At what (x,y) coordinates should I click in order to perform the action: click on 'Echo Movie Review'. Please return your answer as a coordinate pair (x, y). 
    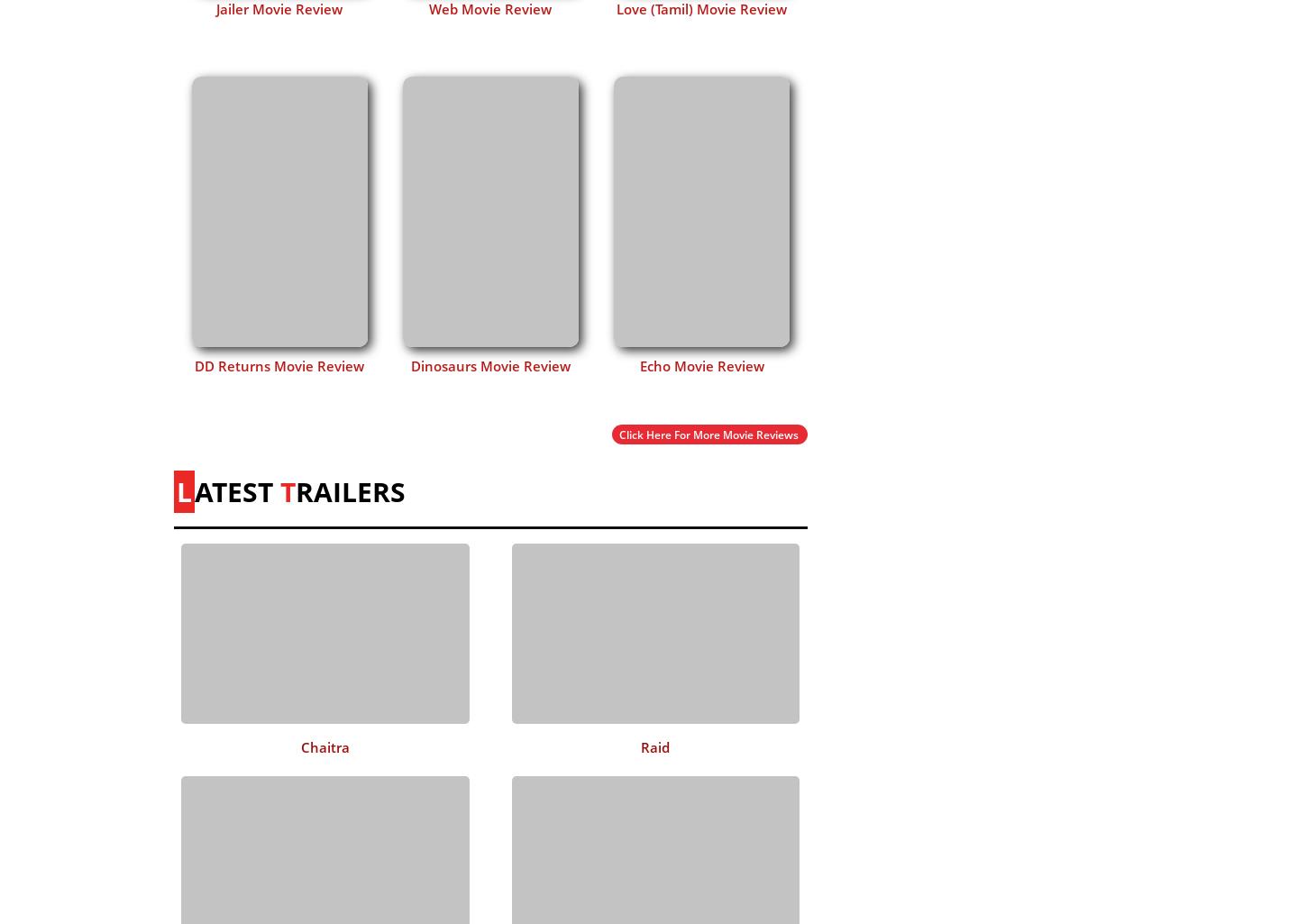
    Looking at the image, I should click on (700, 364).